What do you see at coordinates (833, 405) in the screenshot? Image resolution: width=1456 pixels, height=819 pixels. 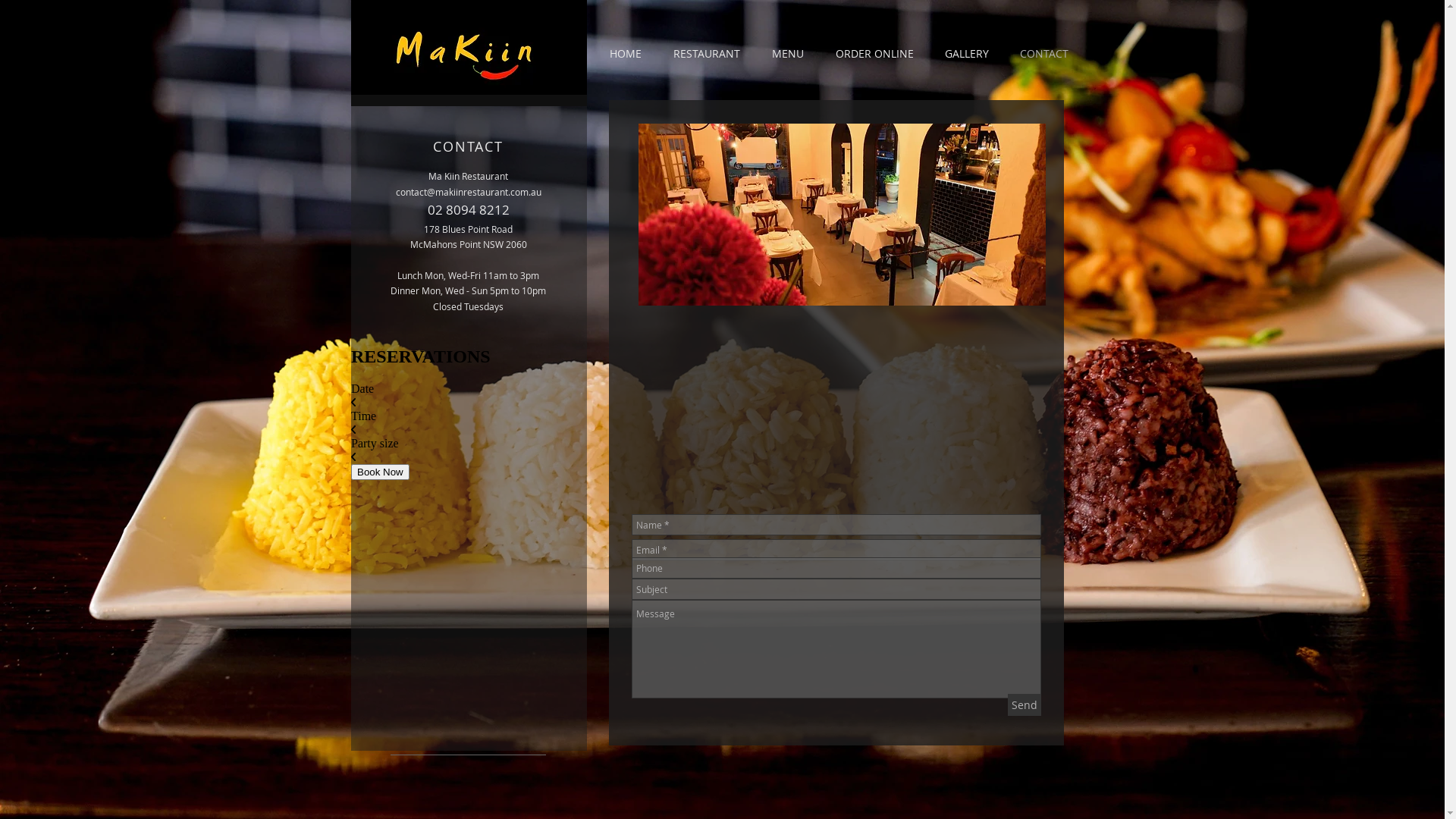 I see `'Google Maps'` at bounding box center [833, 405].